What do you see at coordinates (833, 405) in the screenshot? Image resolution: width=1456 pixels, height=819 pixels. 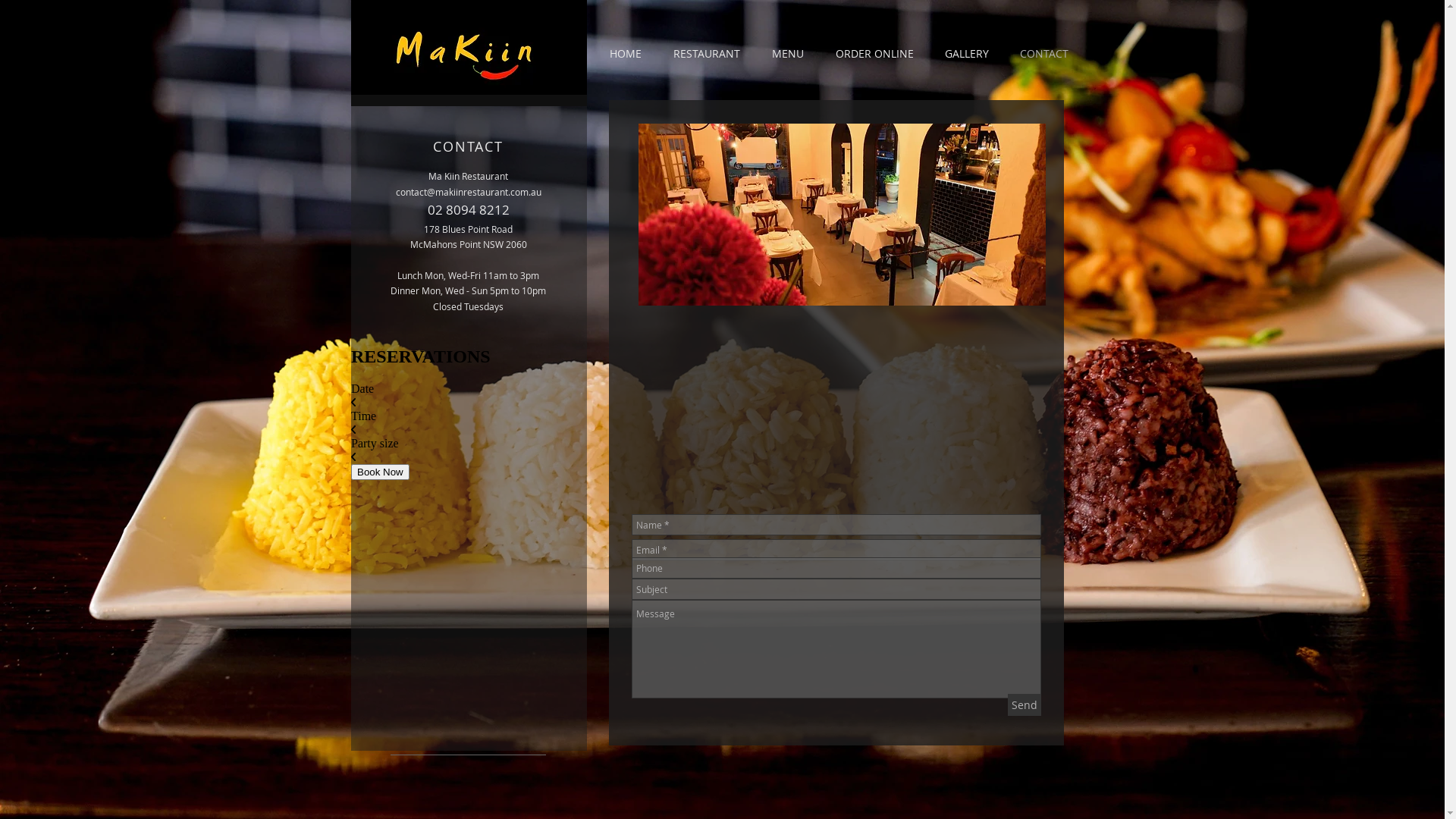 I see `'Google Maps'` at bounding box center [833, 405].